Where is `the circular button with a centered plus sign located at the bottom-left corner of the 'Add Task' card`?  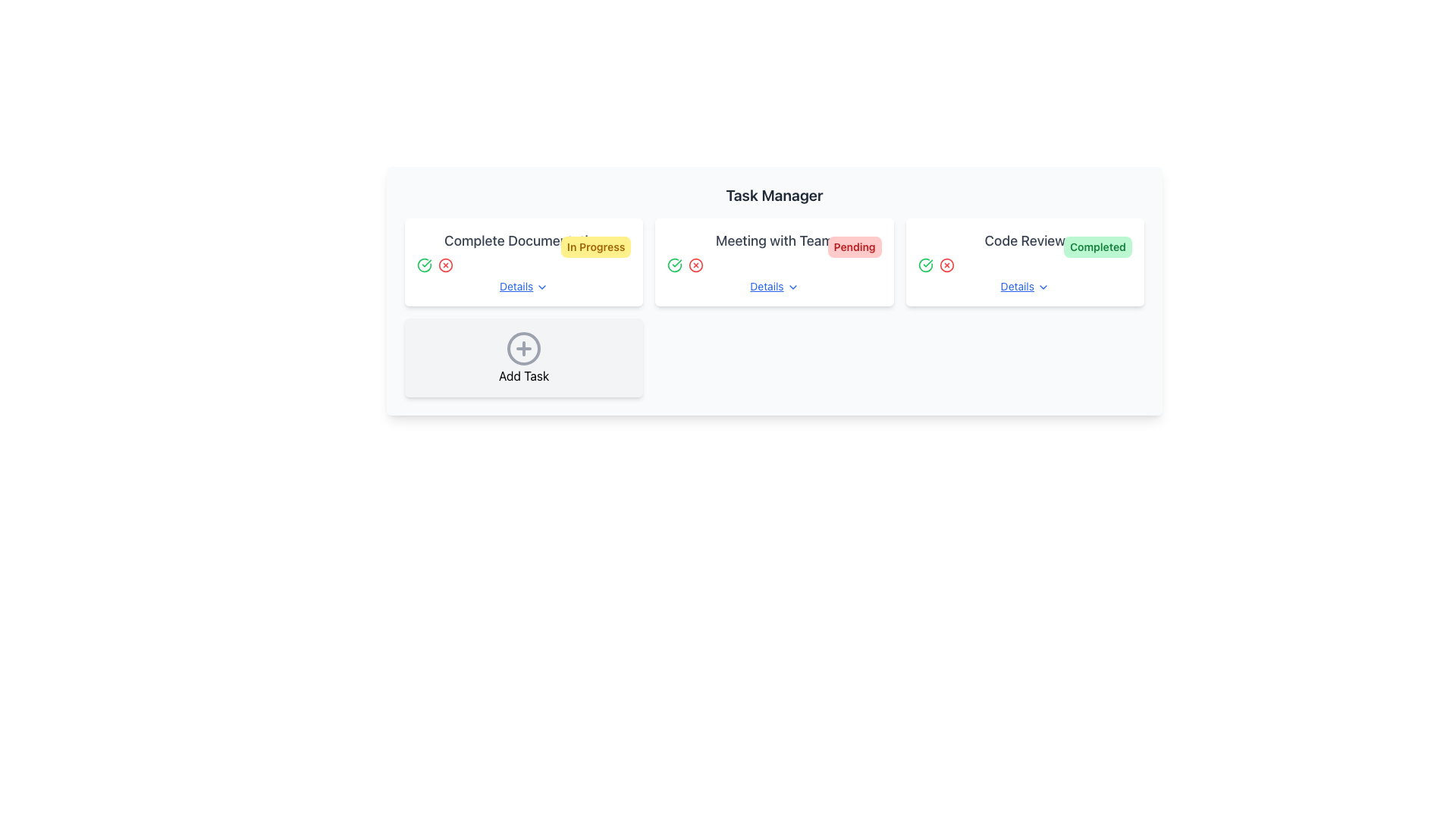
the circular button with a centered plus sign located at the bottom-left corner of the 'Add Task' card is located at coordinates (524, 348).